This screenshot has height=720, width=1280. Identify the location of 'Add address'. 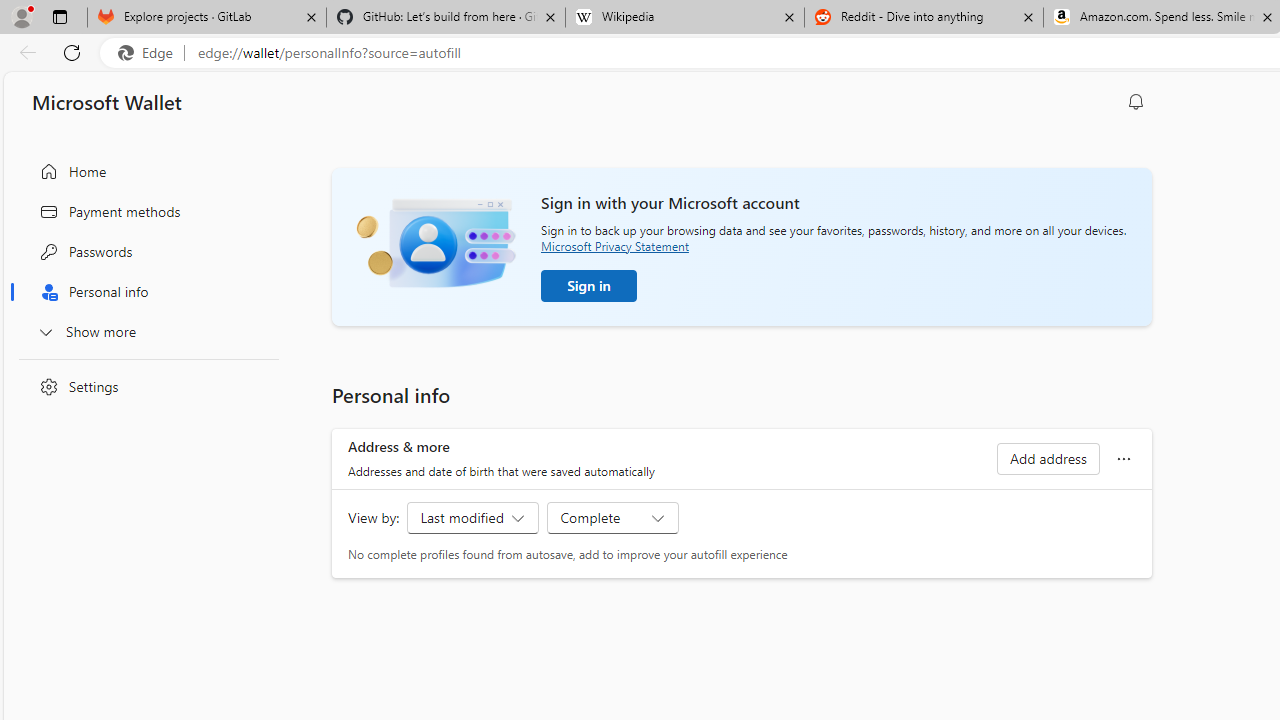
(1046, 458).